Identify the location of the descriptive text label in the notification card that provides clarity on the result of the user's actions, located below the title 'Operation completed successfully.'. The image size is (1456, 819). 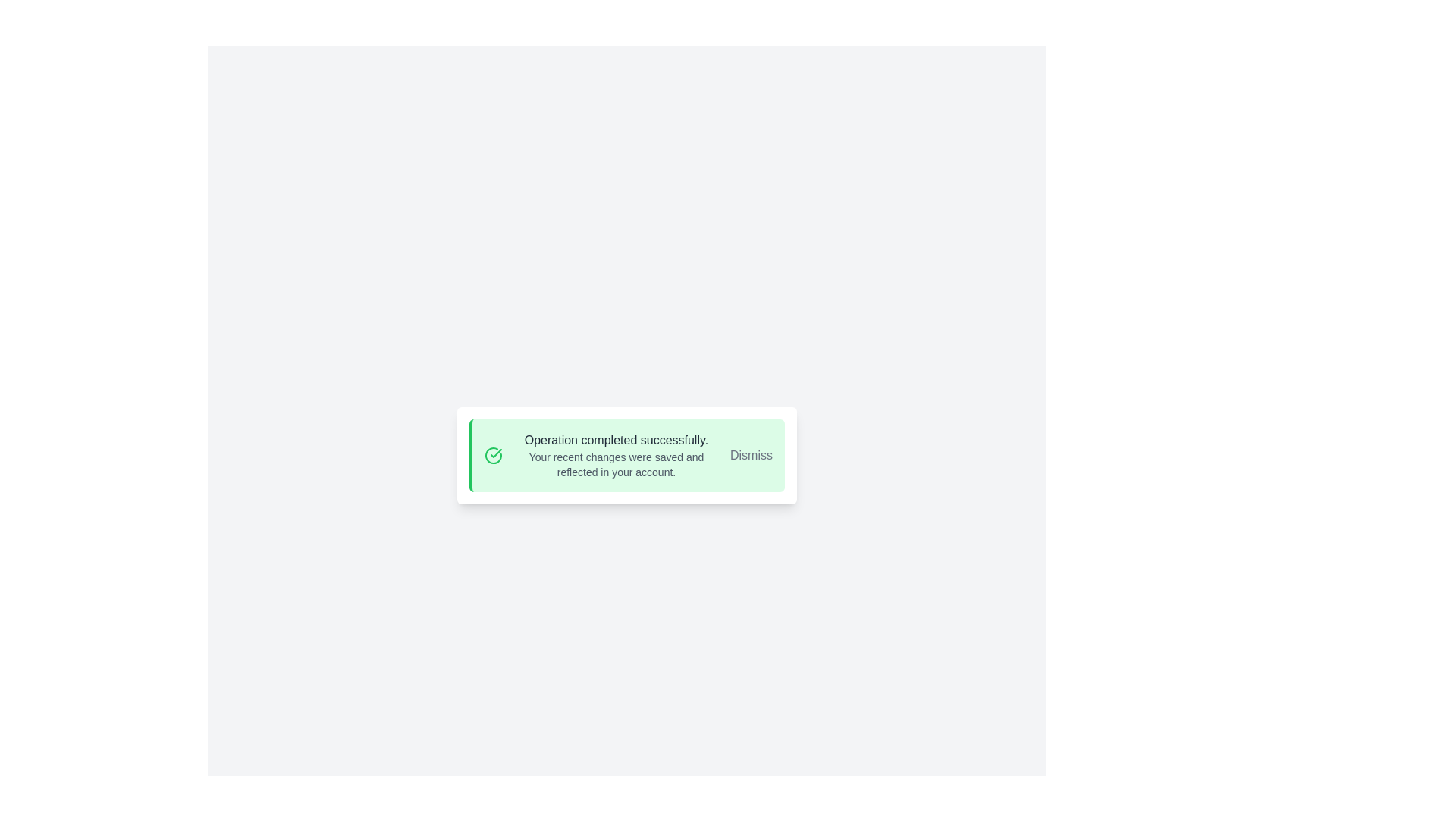
(616, 464).